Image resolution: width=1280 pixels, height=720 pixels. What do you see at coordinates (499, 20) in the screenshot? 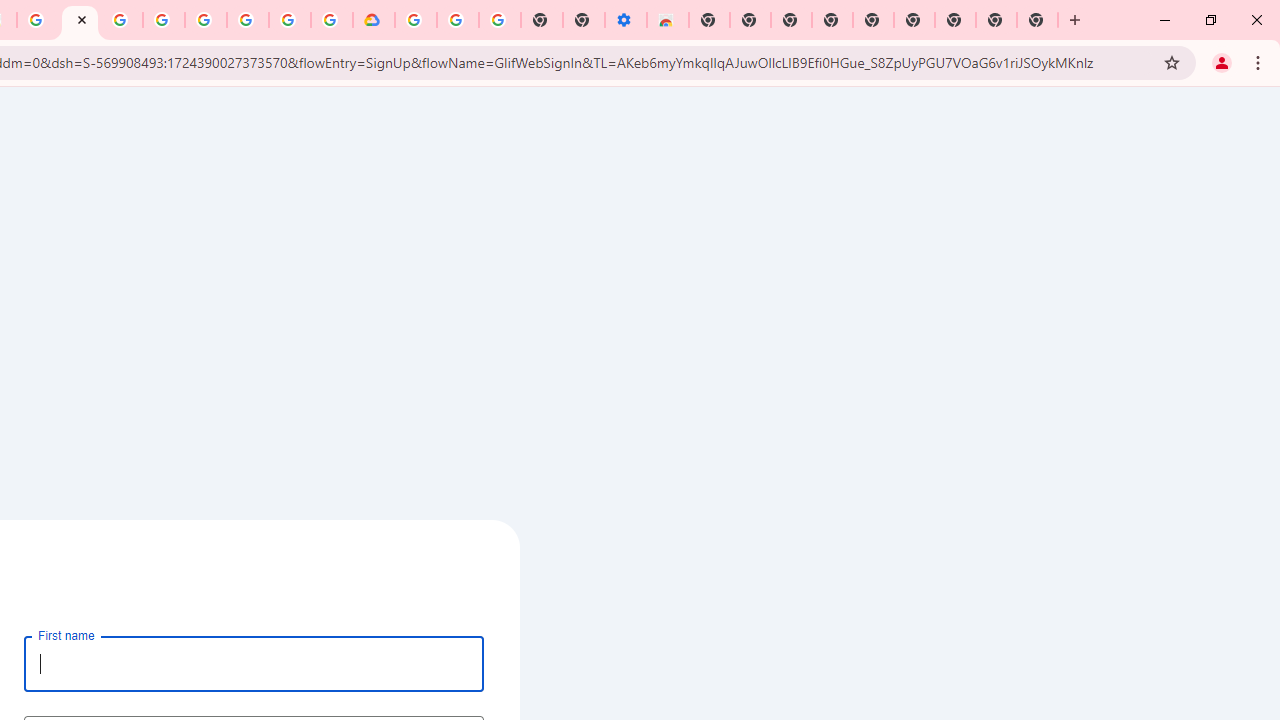
I see `'Turn cookies on or off - Computer - Google Account Help'` at bounding box center [499, 20].